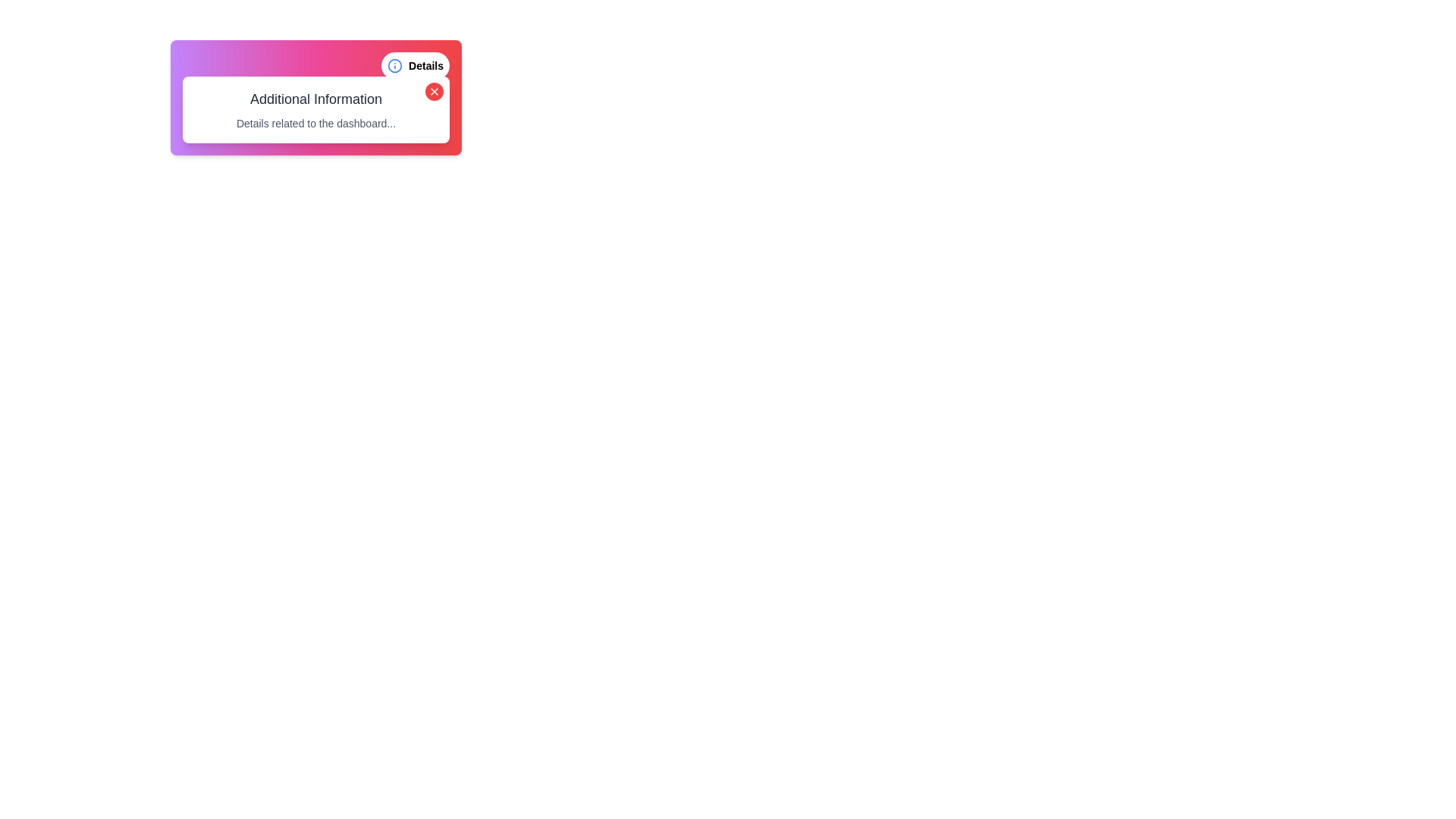 This screenshot has width=1456, height=819. I want to click on the text element styled with a smaller font size and light gray color, located below the 'Dashboard Overview' heading, so click(315, 134).